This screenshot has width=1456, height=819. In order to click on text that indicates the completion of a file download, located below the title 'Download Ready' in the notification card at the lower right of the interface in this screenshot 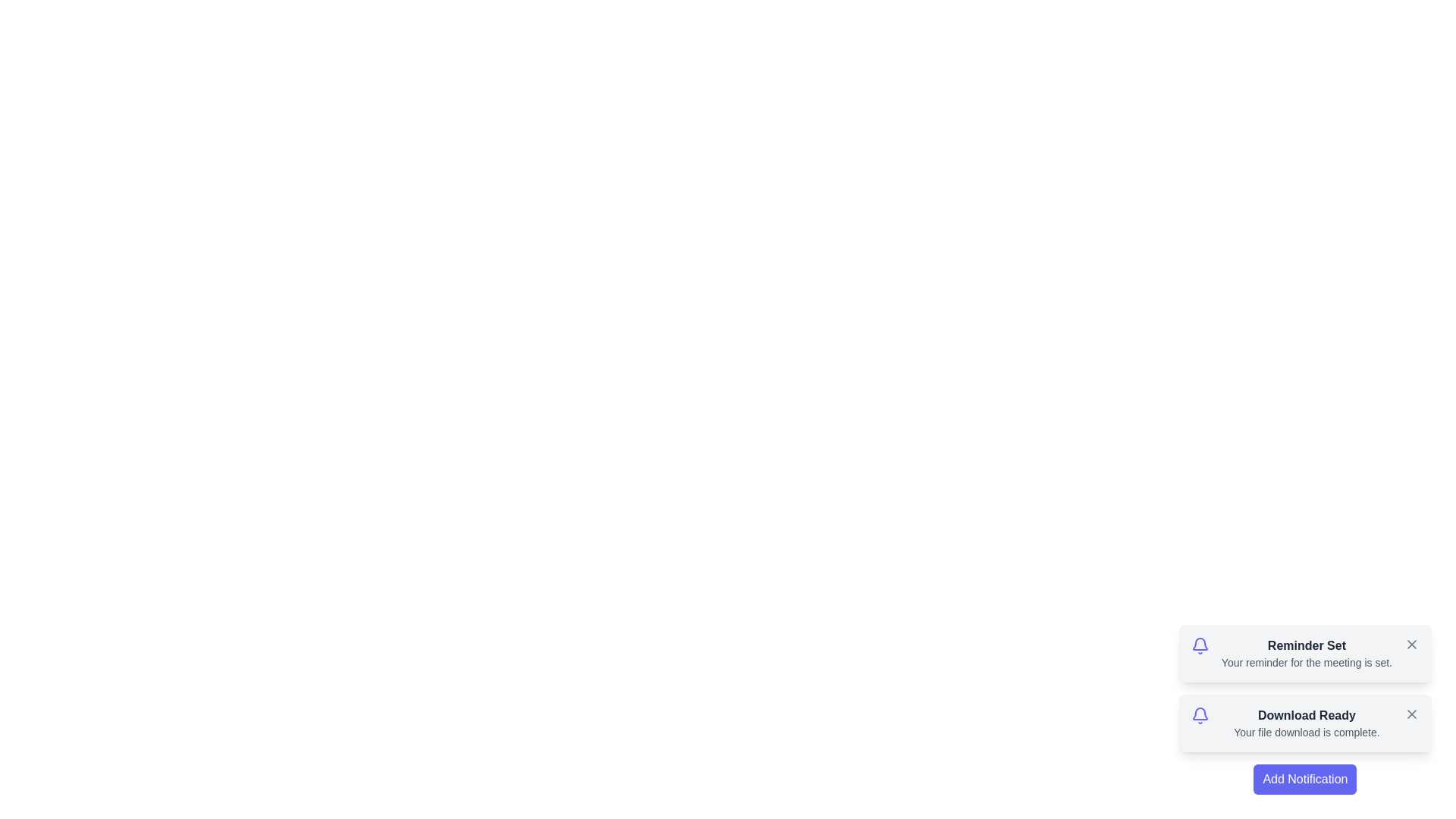, I will do `click(1306, 731)`.